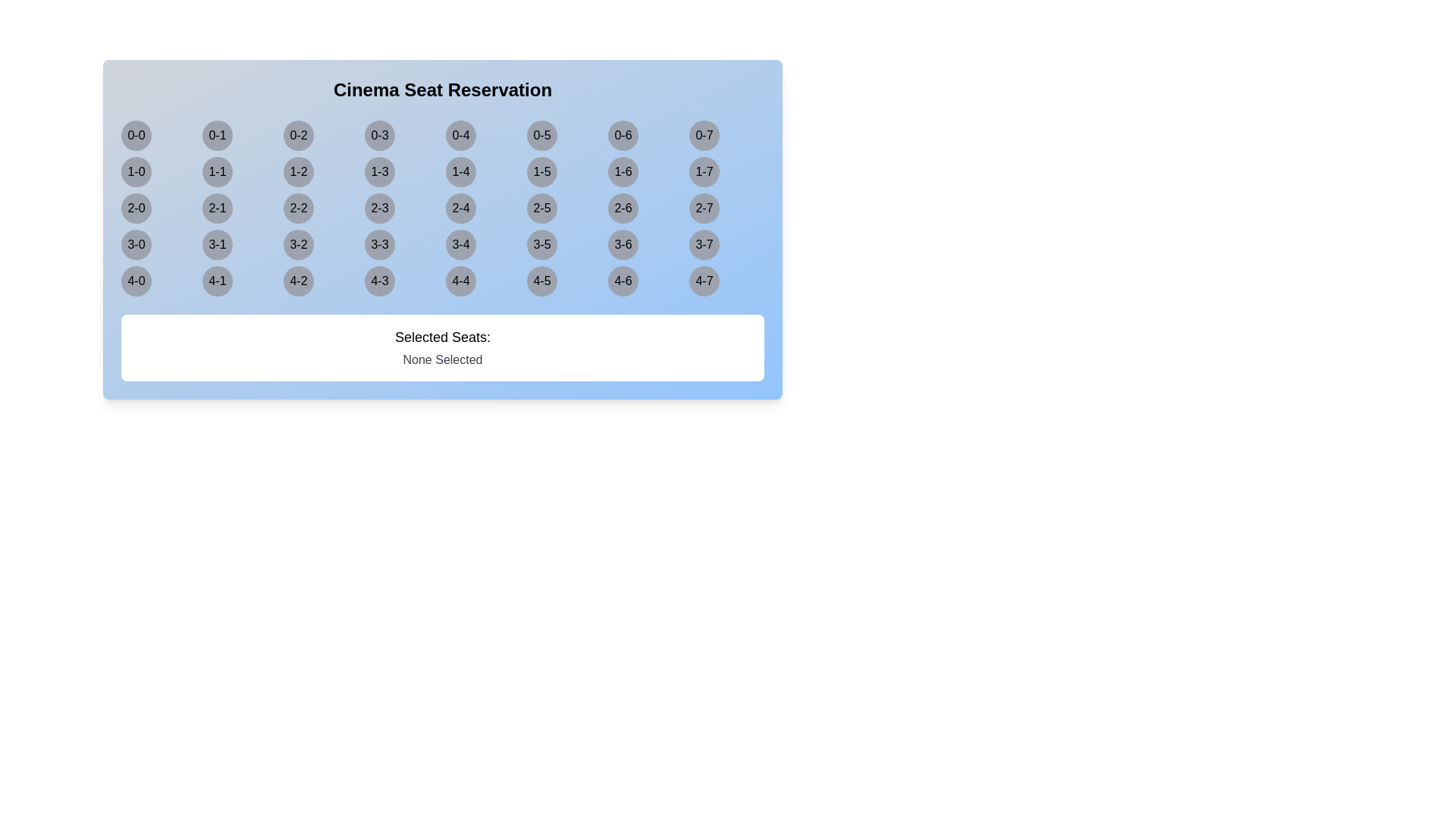 The image size is (1456, 819). I want to click on the button labeled '3-4' in the grid layout, so click(460, 244).